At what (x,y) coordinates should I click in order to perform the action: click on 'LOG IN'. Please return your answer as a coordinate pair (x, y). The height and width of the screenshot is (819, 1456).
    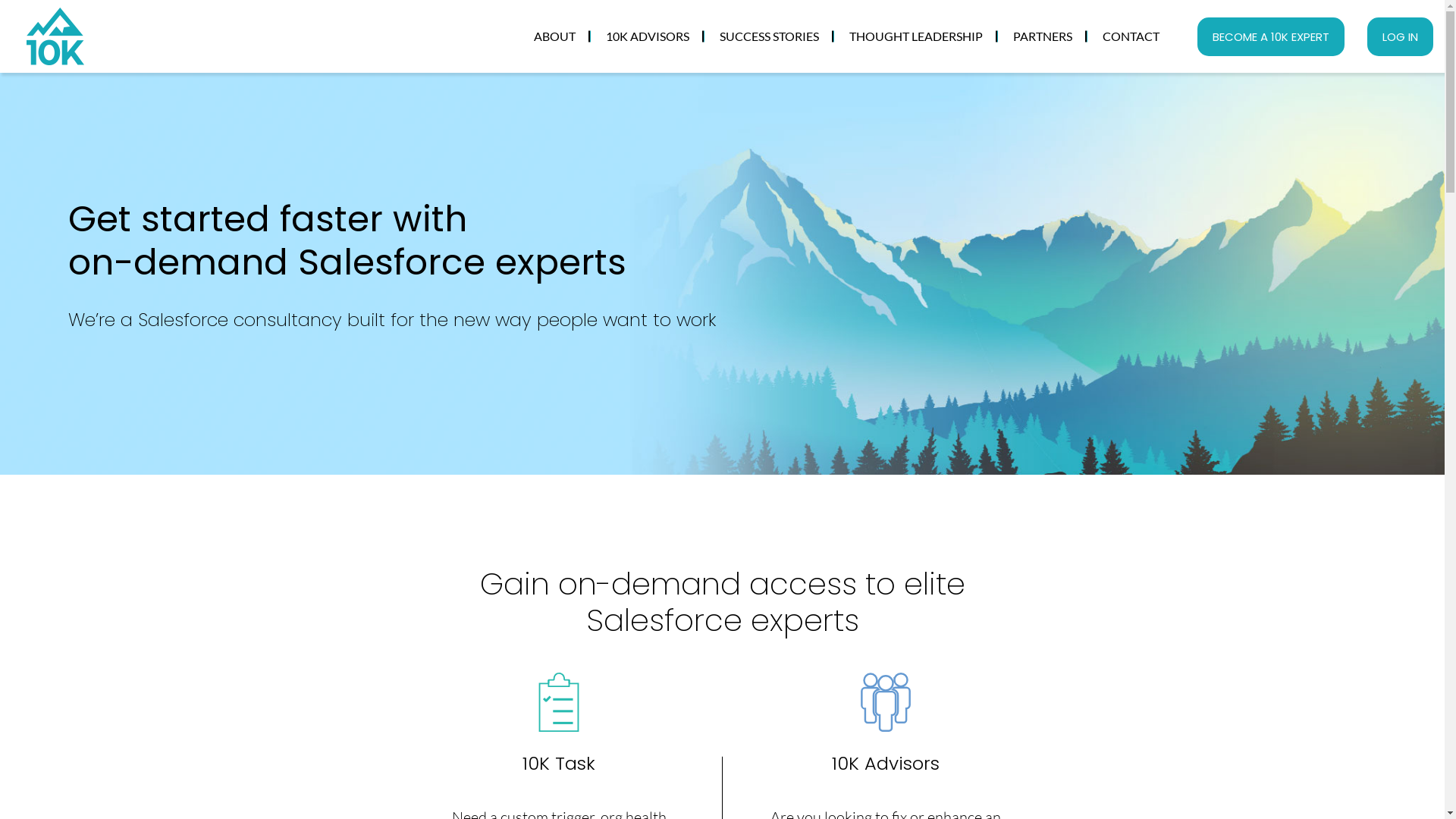
    Looking at the image, I should click on (1367, 35).